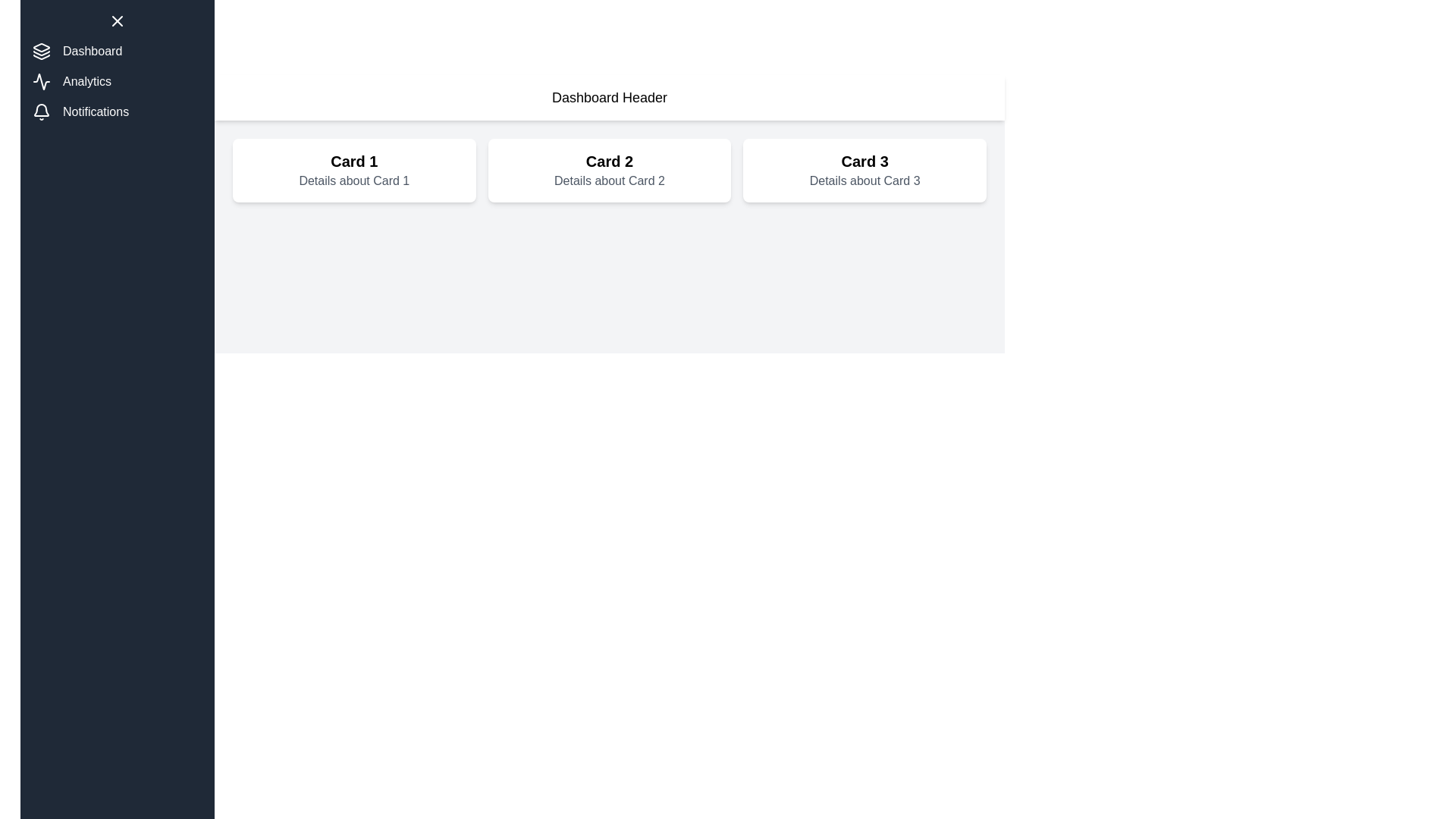 This screenshot has height=819, width=1456. I want to click on the bell icon, so click(41, 109).